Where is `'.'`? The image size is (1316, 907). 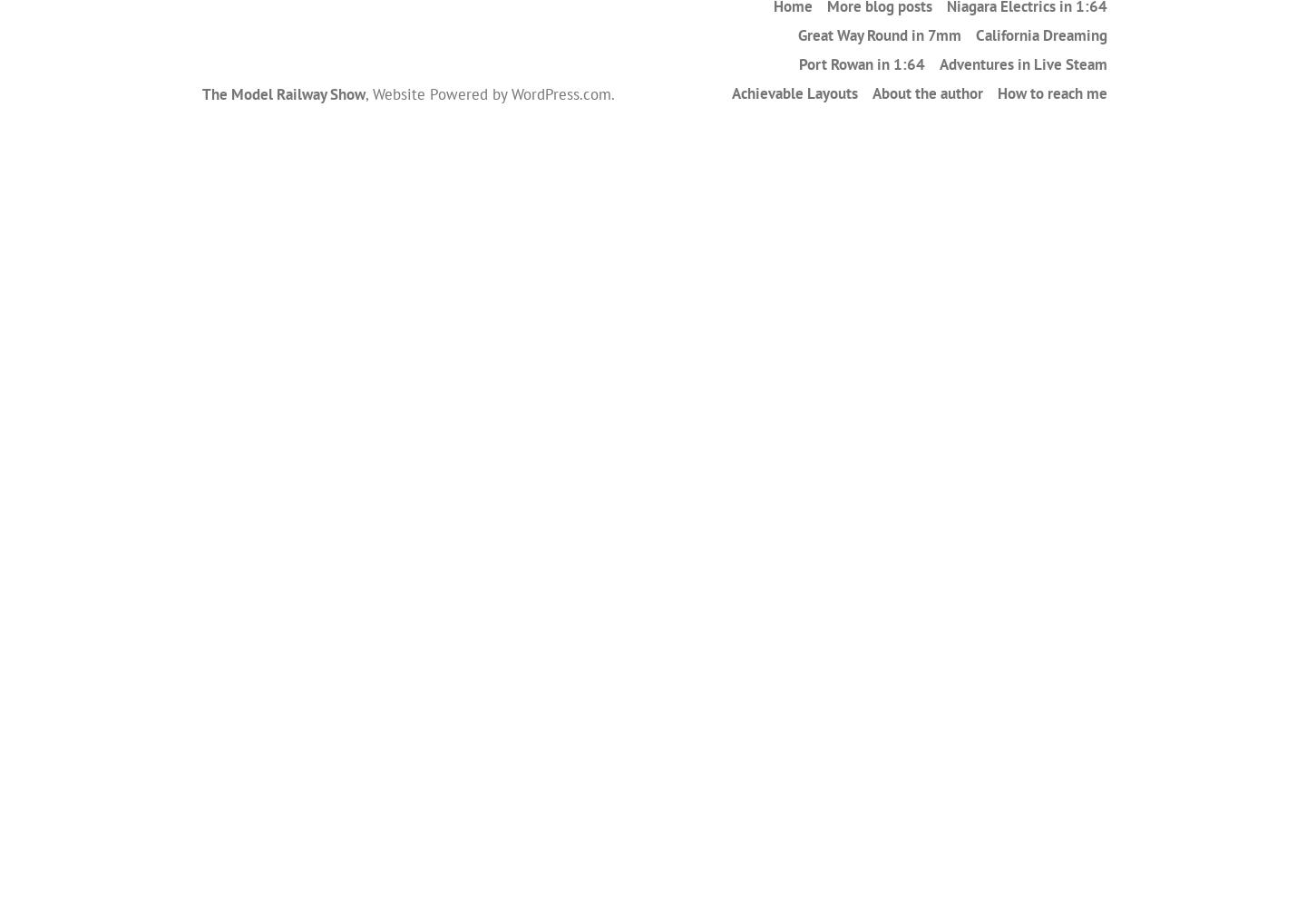 '.' is located at coordinates (612, 93).